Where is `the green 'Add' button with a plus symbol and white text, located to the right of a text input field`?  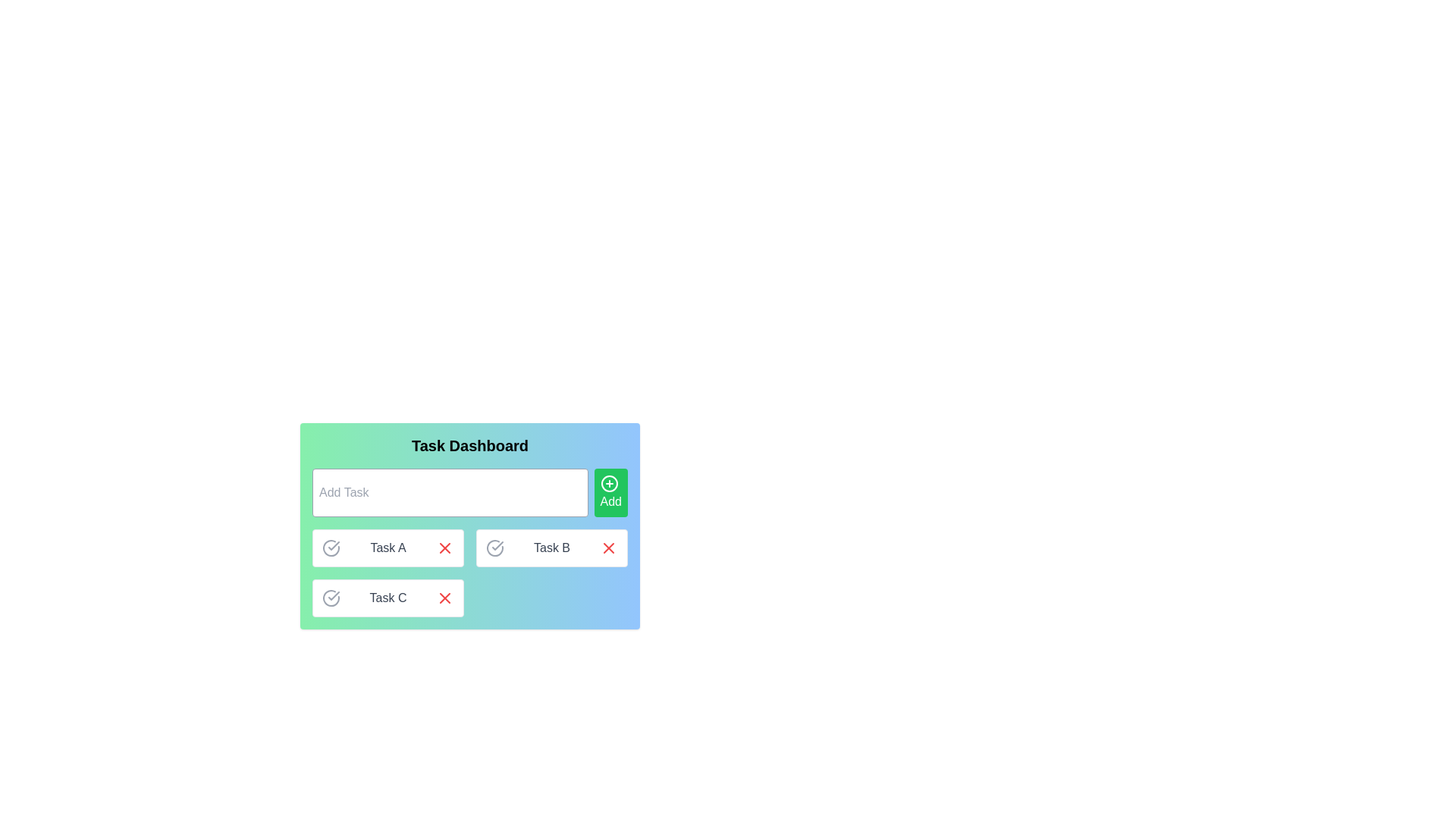 the green 'Add' button with a plus symbol and white text, located to the right of a text input field is located at coordinates (610, 493).